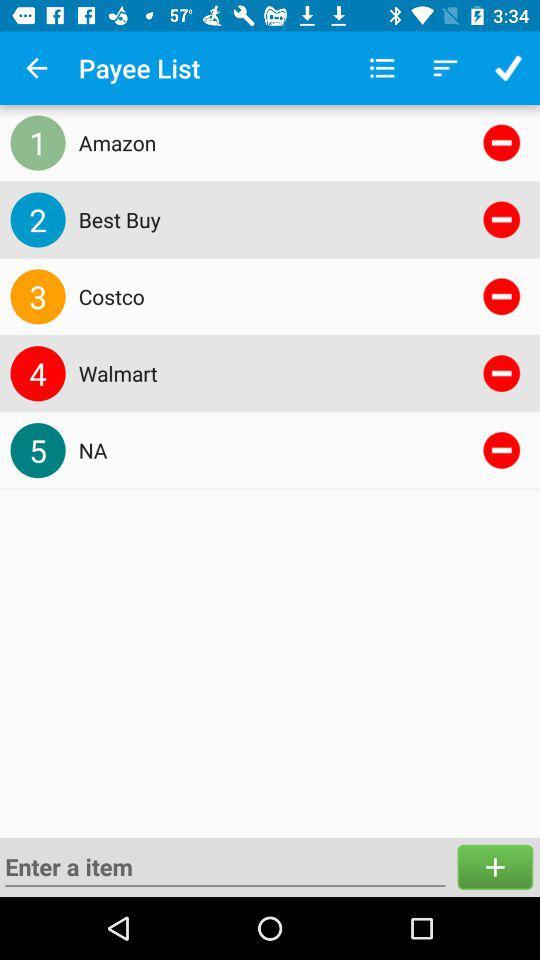 Image resolution: width=540 pixels, height=960 pixels. What do you see at coordinates (224, 866) in the screenshot?
I see `the icon below 5 item` at bounding box center [224, 866].